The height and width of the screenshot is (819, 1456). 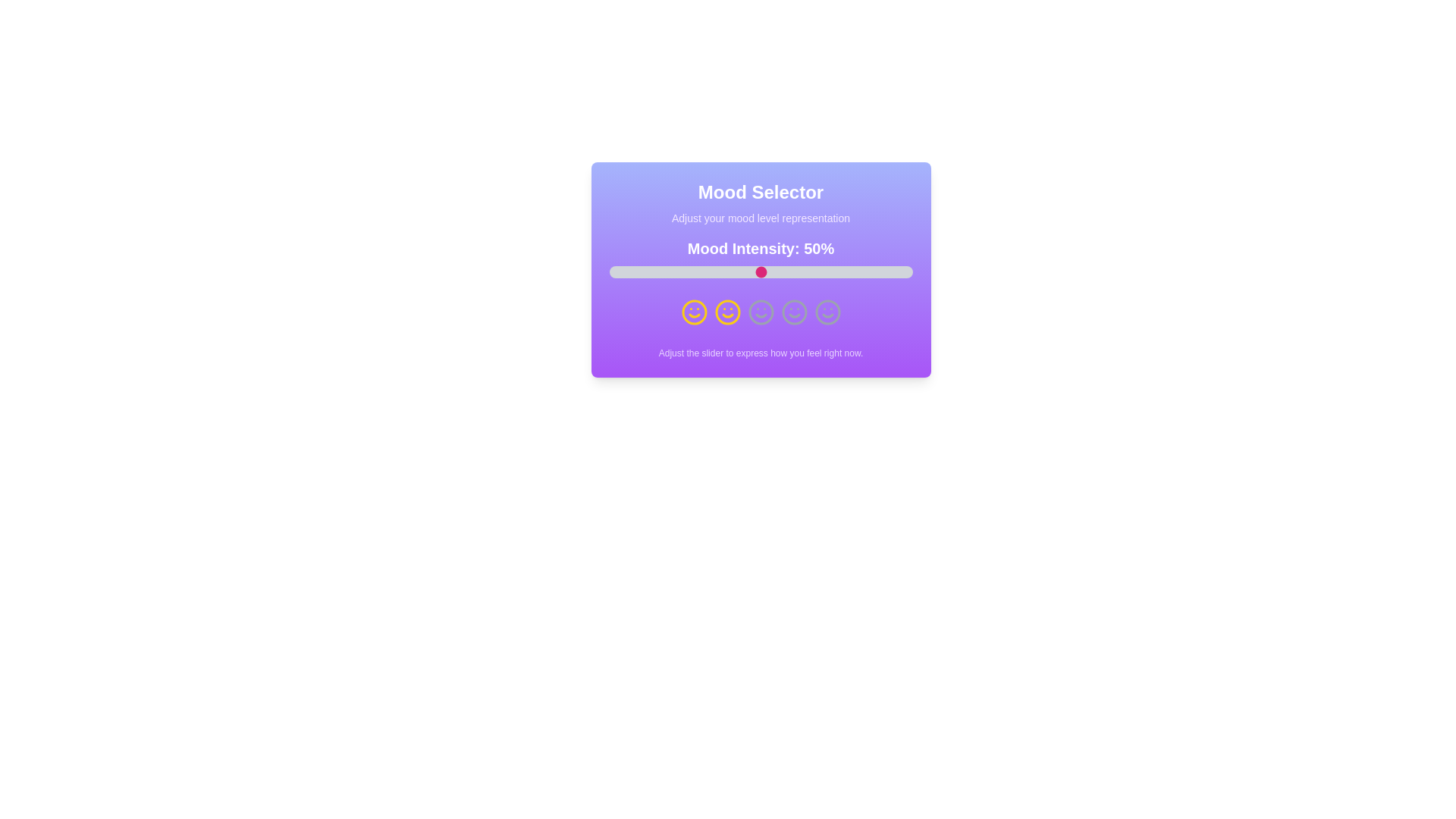 I want to click on the slider to set mood intensity to 18%, so click(x=664, y=271).